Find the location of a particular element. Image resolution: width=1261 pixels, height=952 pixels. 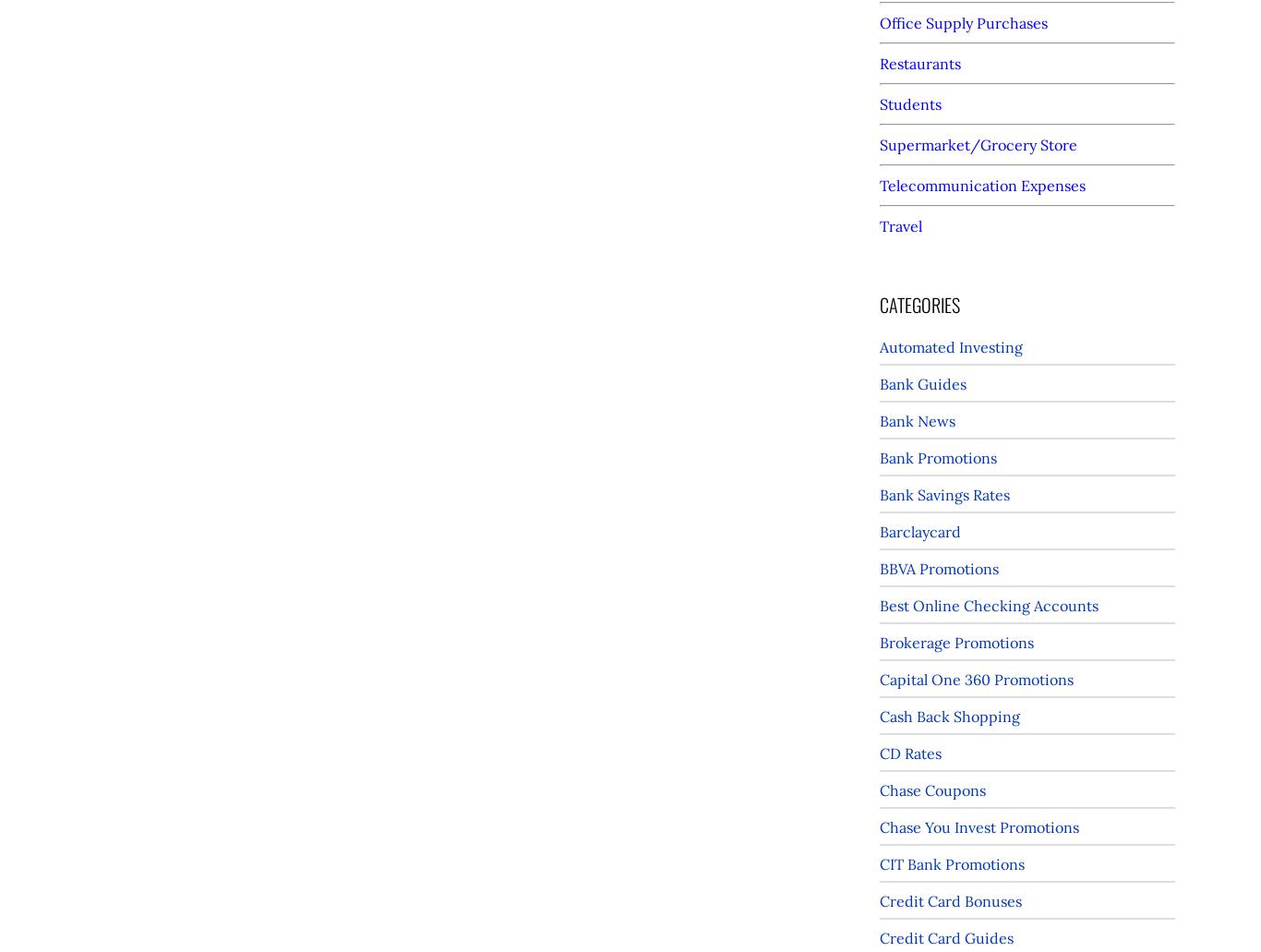

'Bank Guides' is located at coordinates (880, 384).